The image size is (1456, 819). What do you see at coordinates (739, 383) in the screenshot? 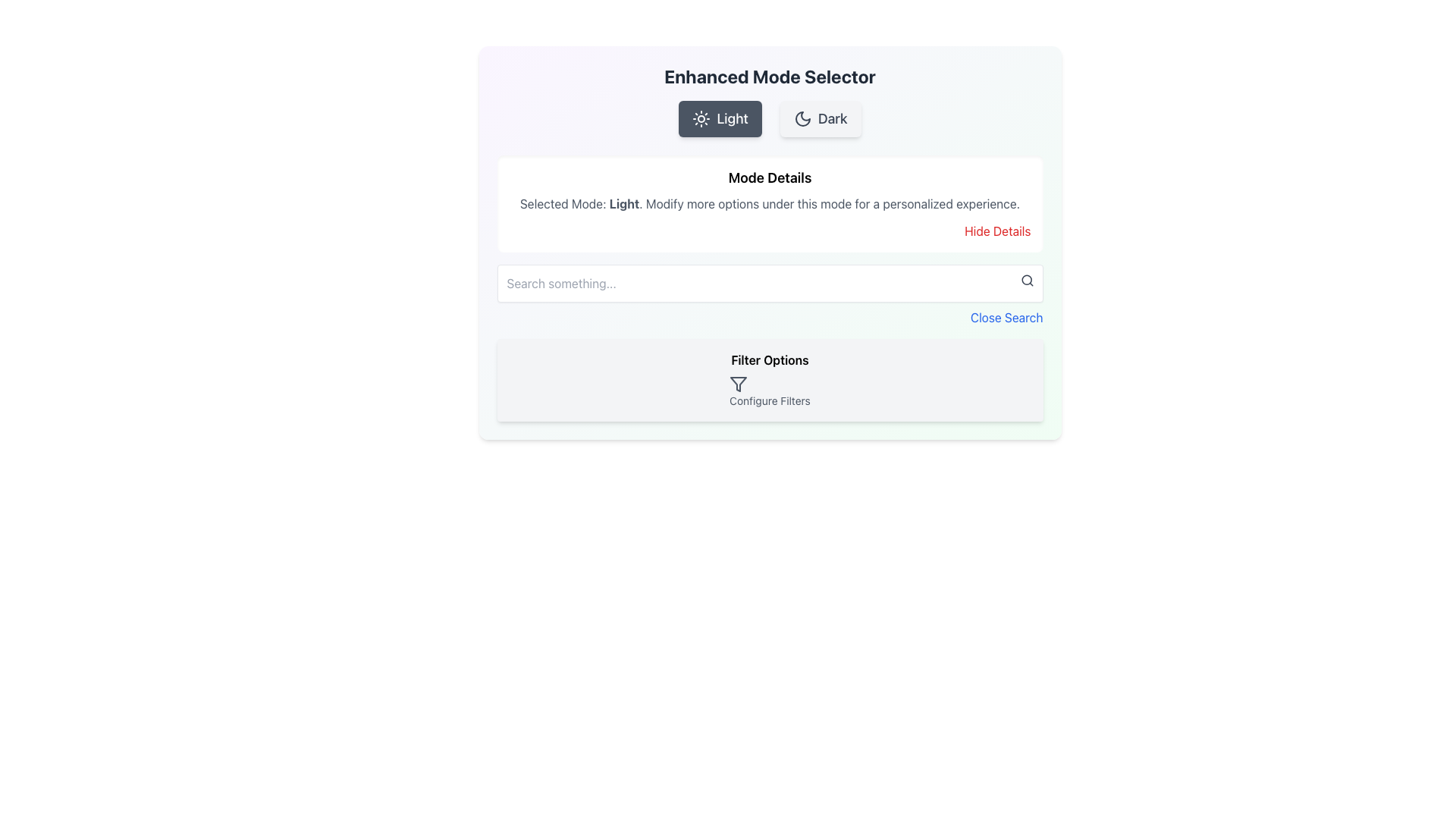
I see `the filter icon, which resembles an inverted triangle with horizontal lines, located to the left of the 'Configure Filters' text link` at bounding box center [739, 383].